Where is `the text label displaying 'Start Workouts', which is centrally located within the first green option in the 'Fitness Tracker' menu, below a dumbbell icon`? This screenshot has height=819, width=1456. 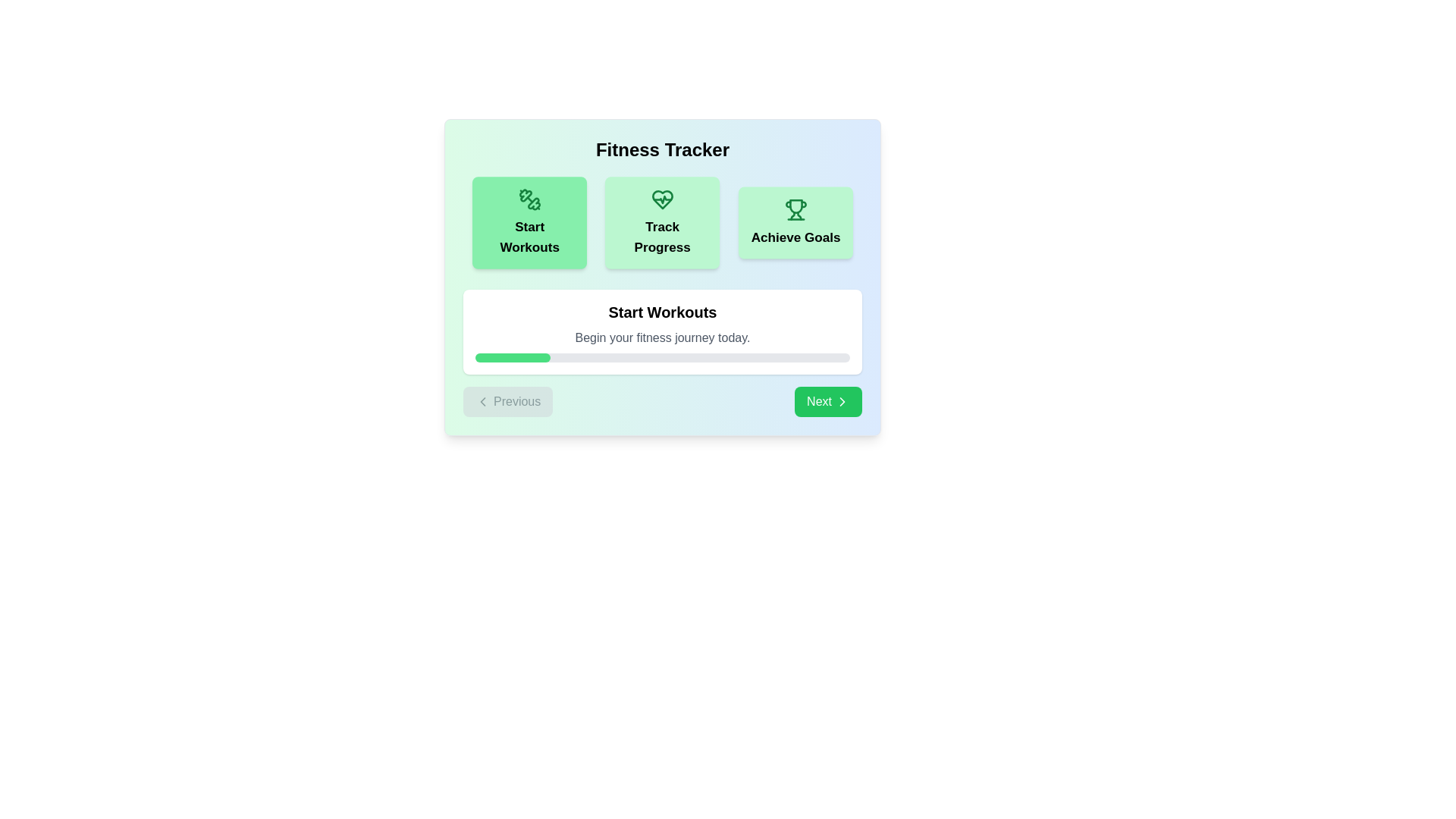
the text label displaying 'Start Workouts', which is centrally located within the first green option in the 'Fitness Tracker' menu, below a dumbbell icon is located at coordinates (529, 237).